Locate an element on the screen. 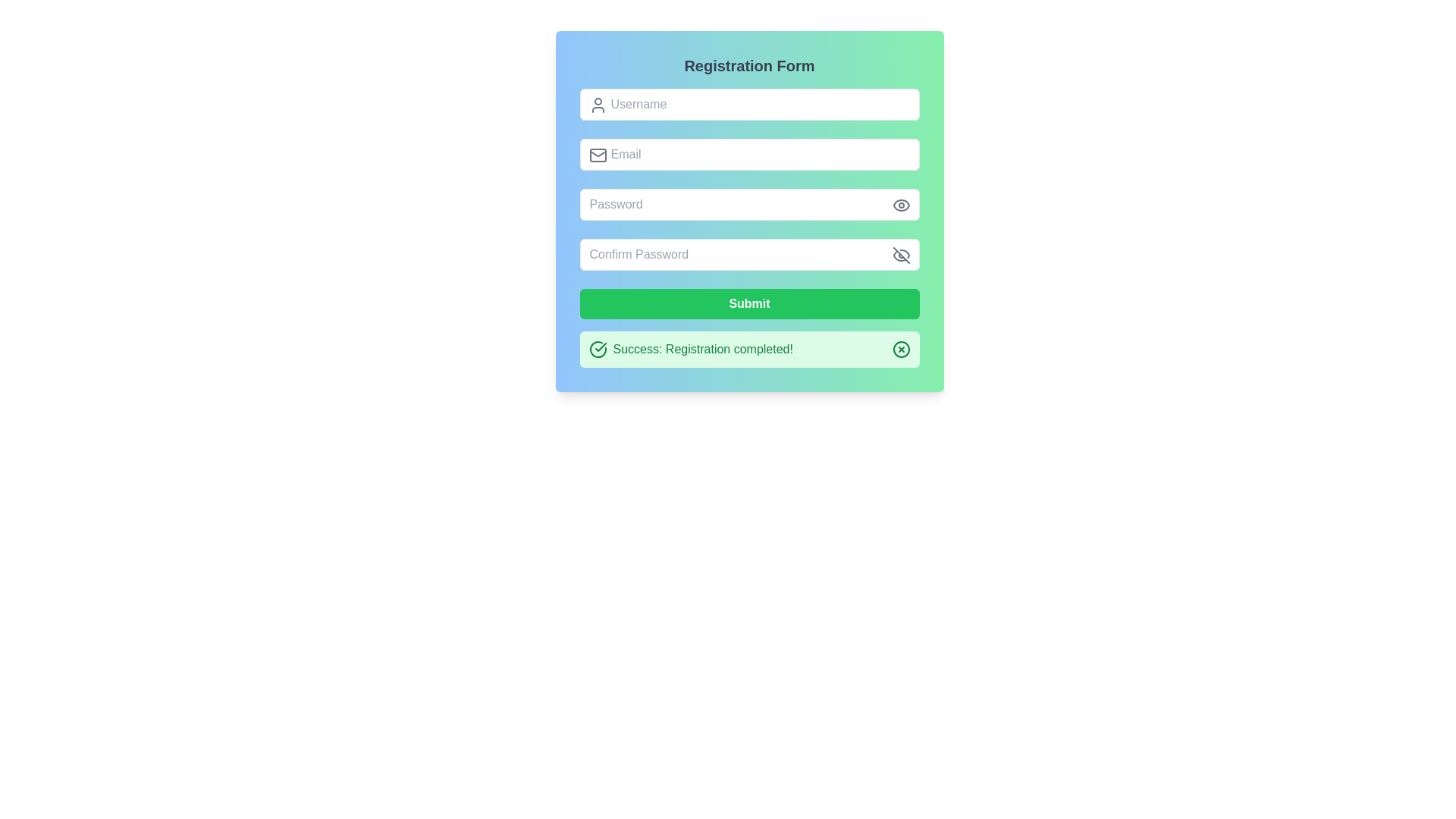  the small gray user icon, which is a stylized silhouette of a head and shoulders, located inside the first input field immediately preceding the placeholder text 'Username' is located at coordinates (597, 104).